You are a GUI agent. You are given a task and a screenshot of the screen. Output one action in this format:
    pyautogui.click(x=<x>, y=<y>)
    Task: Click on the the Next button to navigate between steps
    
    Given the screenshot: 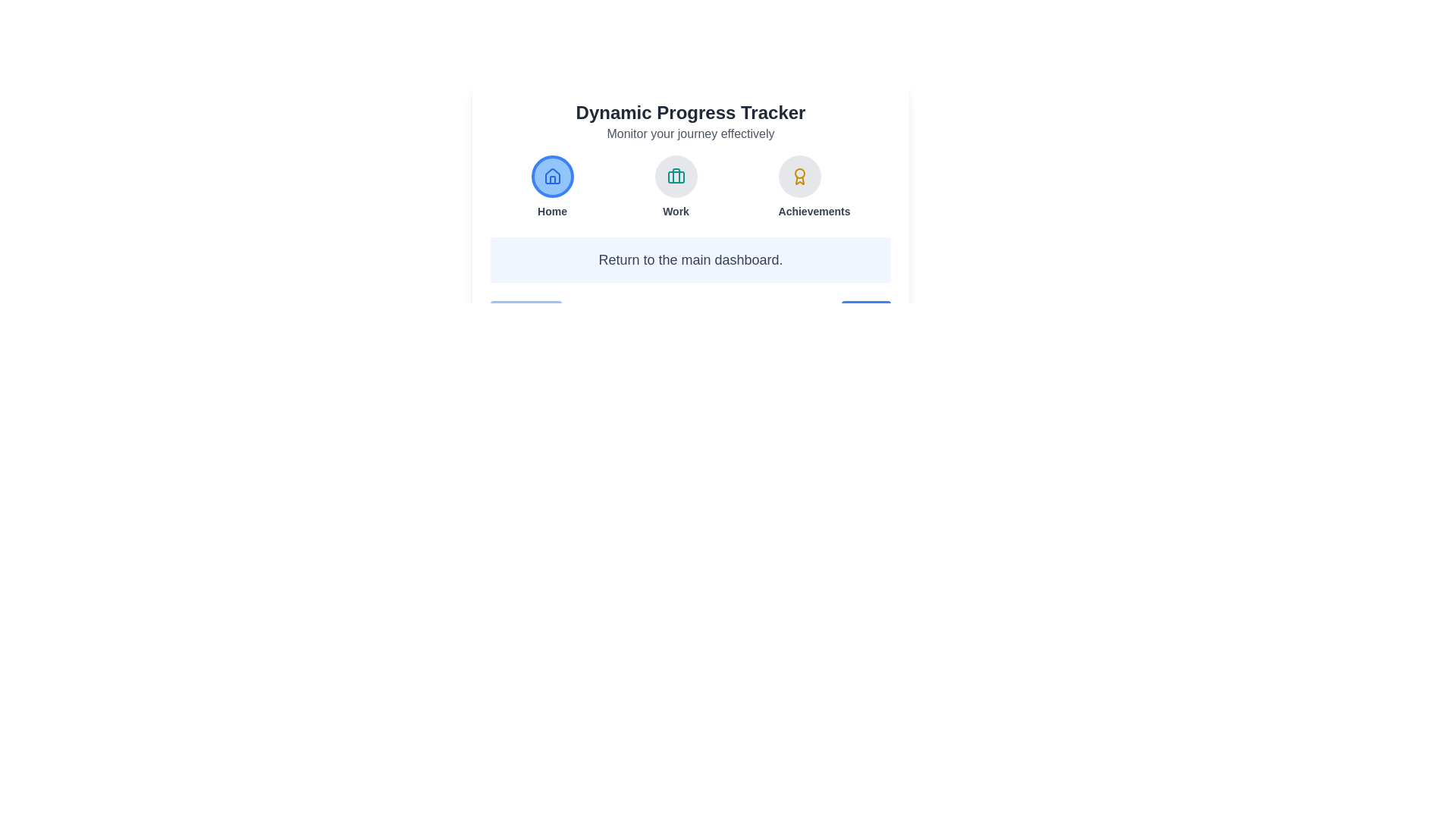 What is the action you would take?
    pyautogui.click(x=866, y=315)
    